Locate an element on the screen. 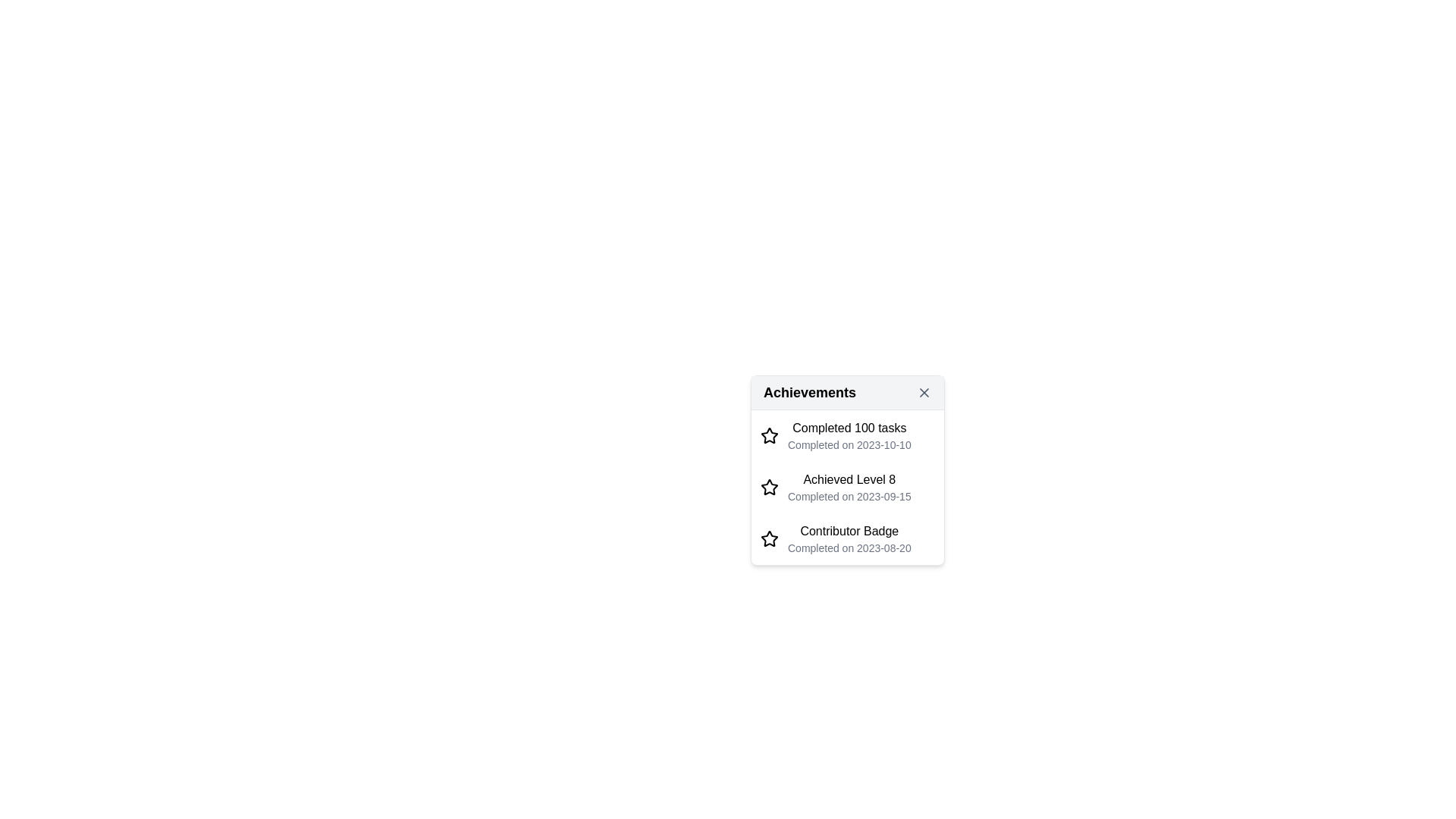 Image resolution: width=1456 pixels, height=819 pixels. the text label indicating the title or key message of the second achievement entry in the 'Achievements' panel, which is positioned above 'Completed on 2023-09-15' and below 'Completed 100 tasks.' is located at coordinates (849, 479).